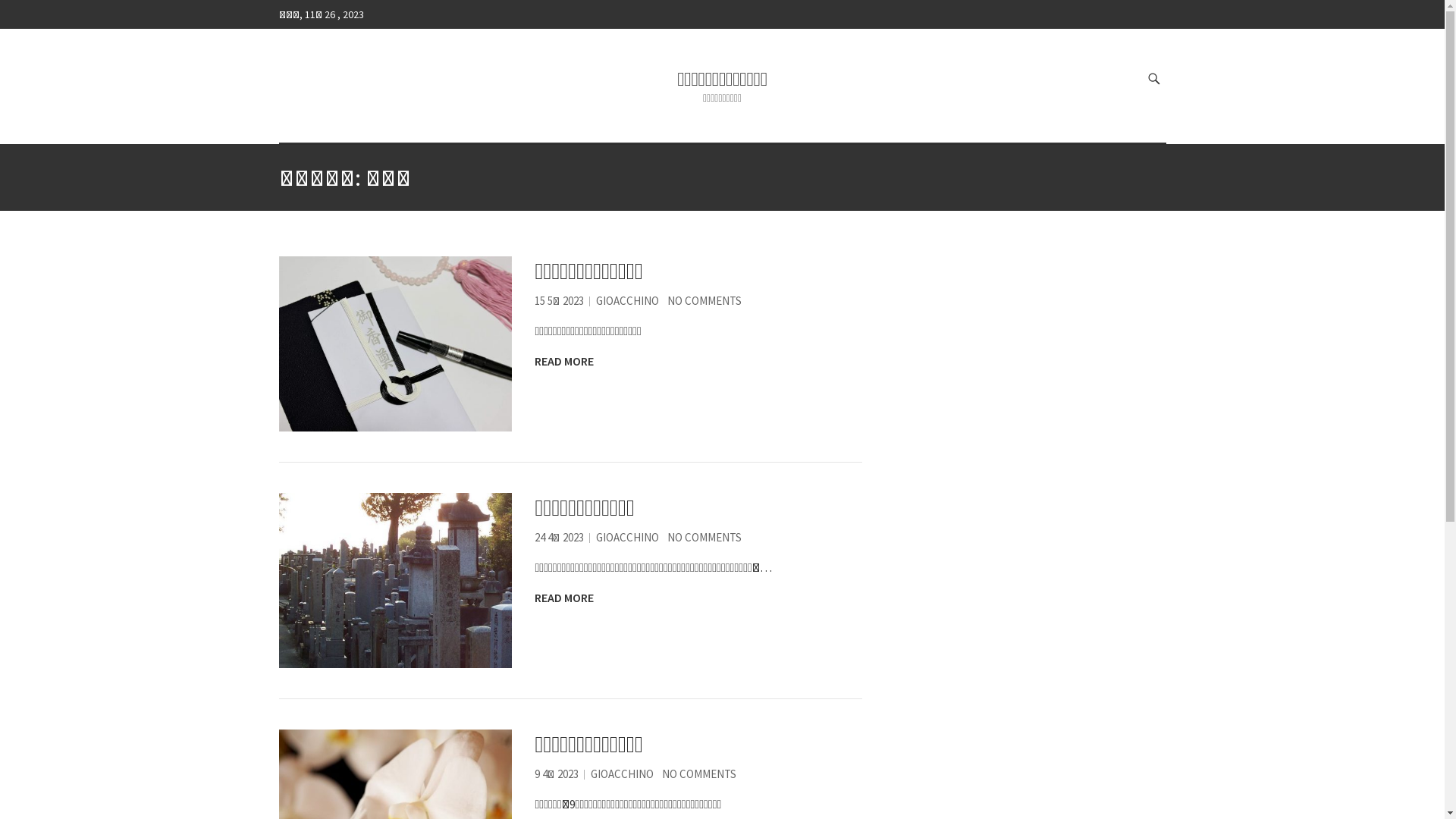 The width and height of the screenshot is (1456, 819). What do you see at coordinates (595, 536) in the screenshot?
I see `'GIOACCHINO'` at bounding box center [595, 536].